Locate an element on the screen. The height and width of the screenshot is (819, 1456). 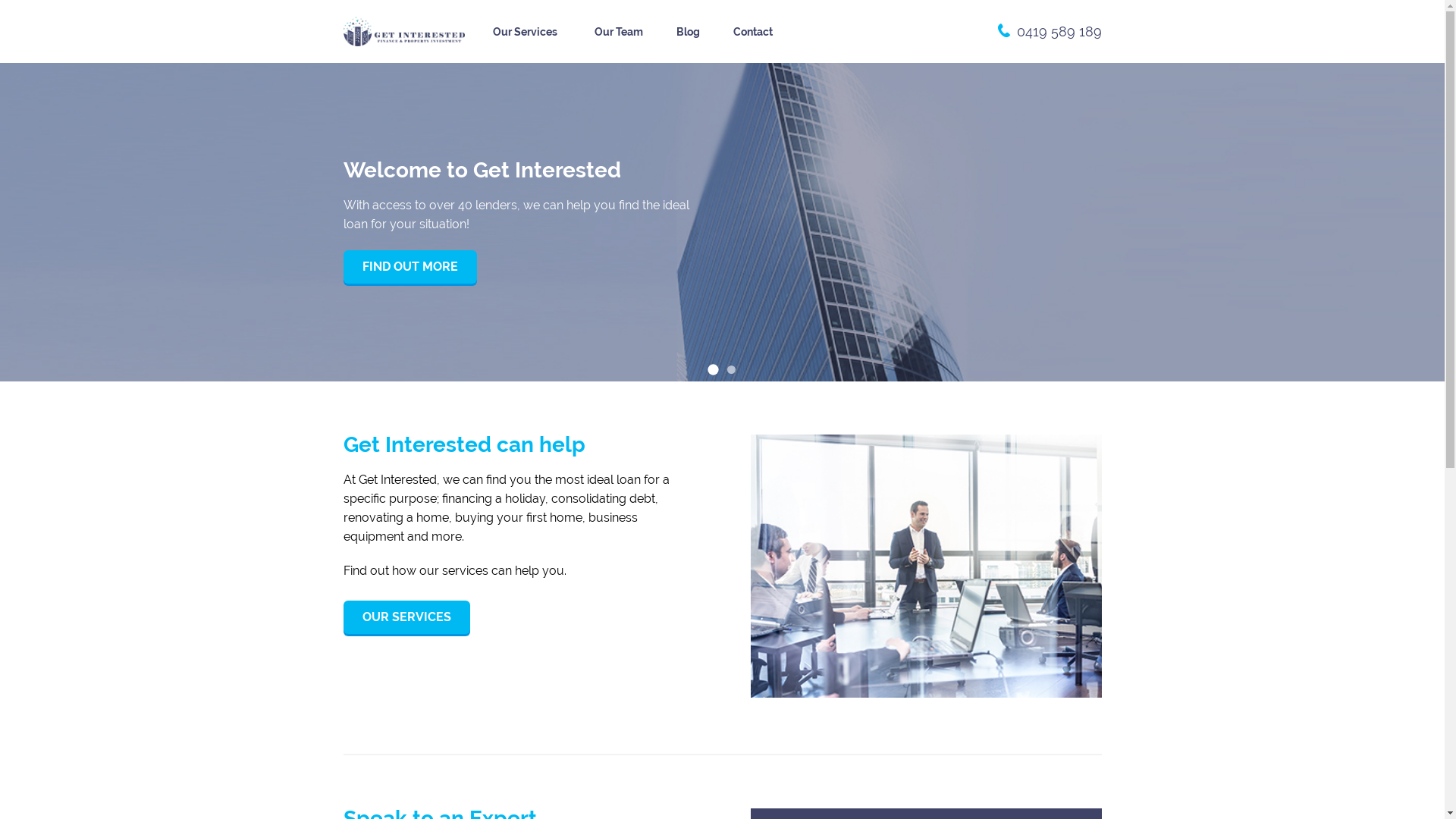
'Blog' is located at coordinates (687, 32).